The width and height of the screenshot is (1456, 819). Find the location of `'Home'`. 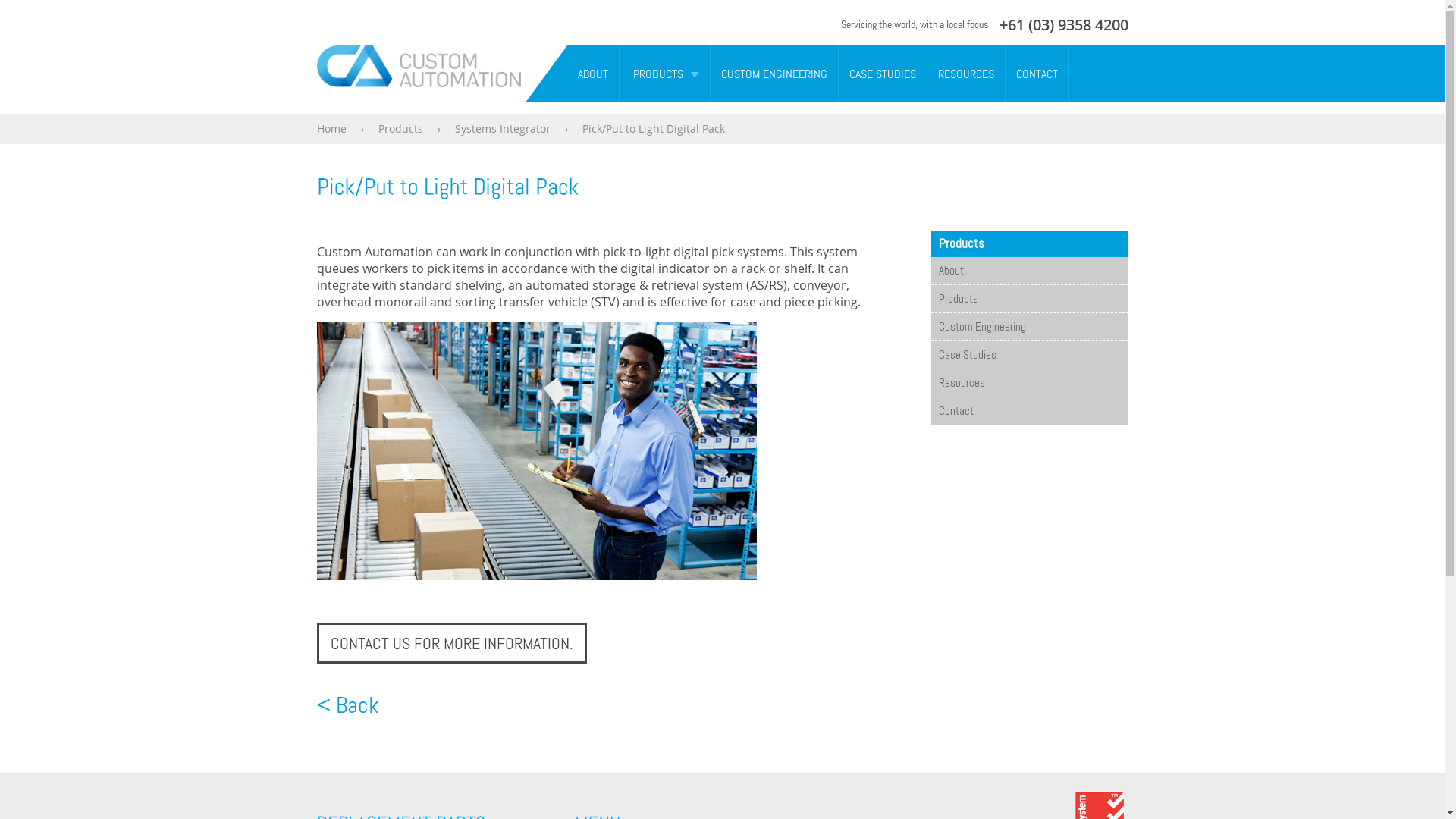

'Home' is located at coordinates (331, 127).